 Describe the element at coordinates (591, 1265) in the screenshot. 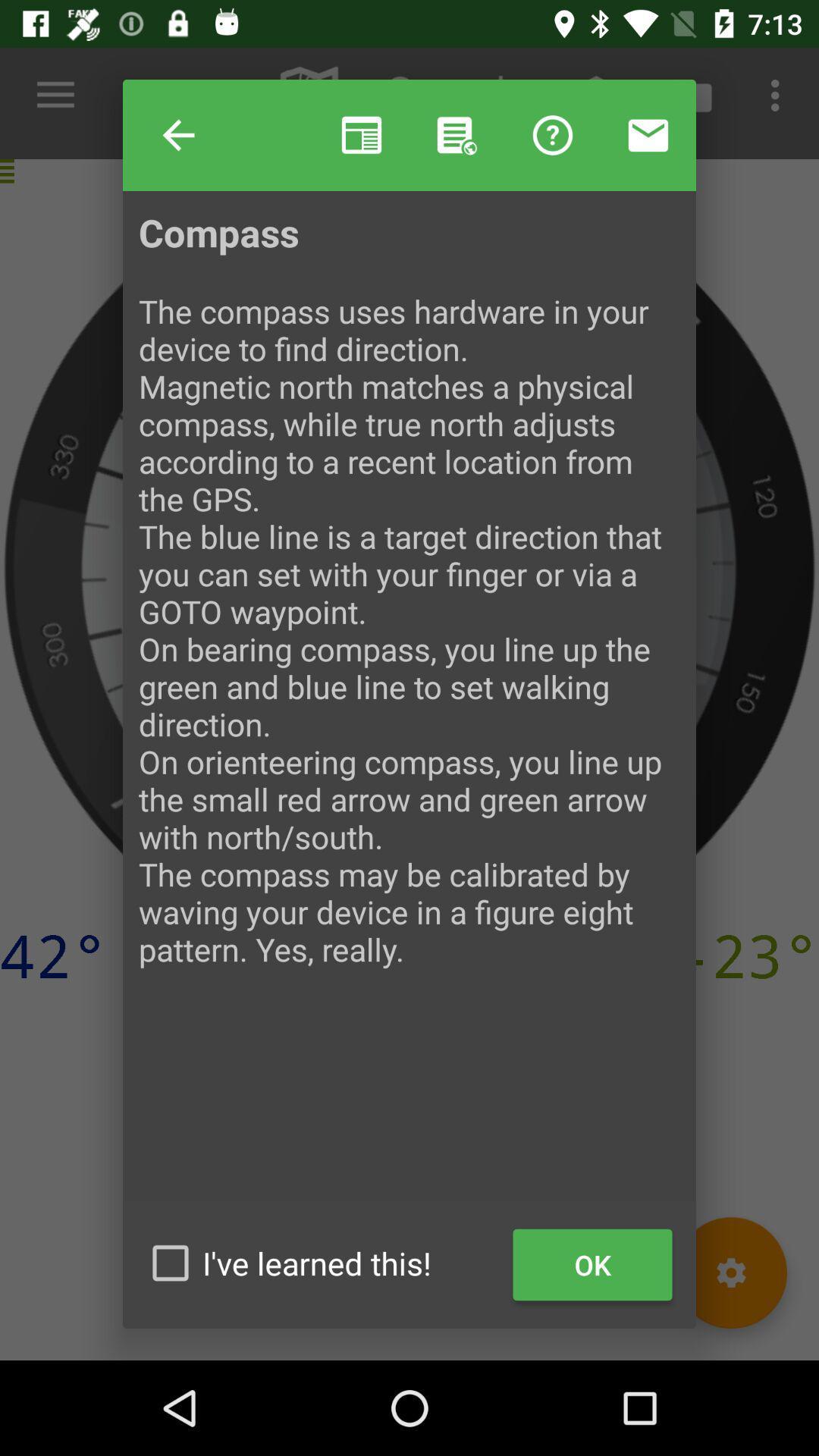

I see `the icon next to the i ve learned icon` at that location.